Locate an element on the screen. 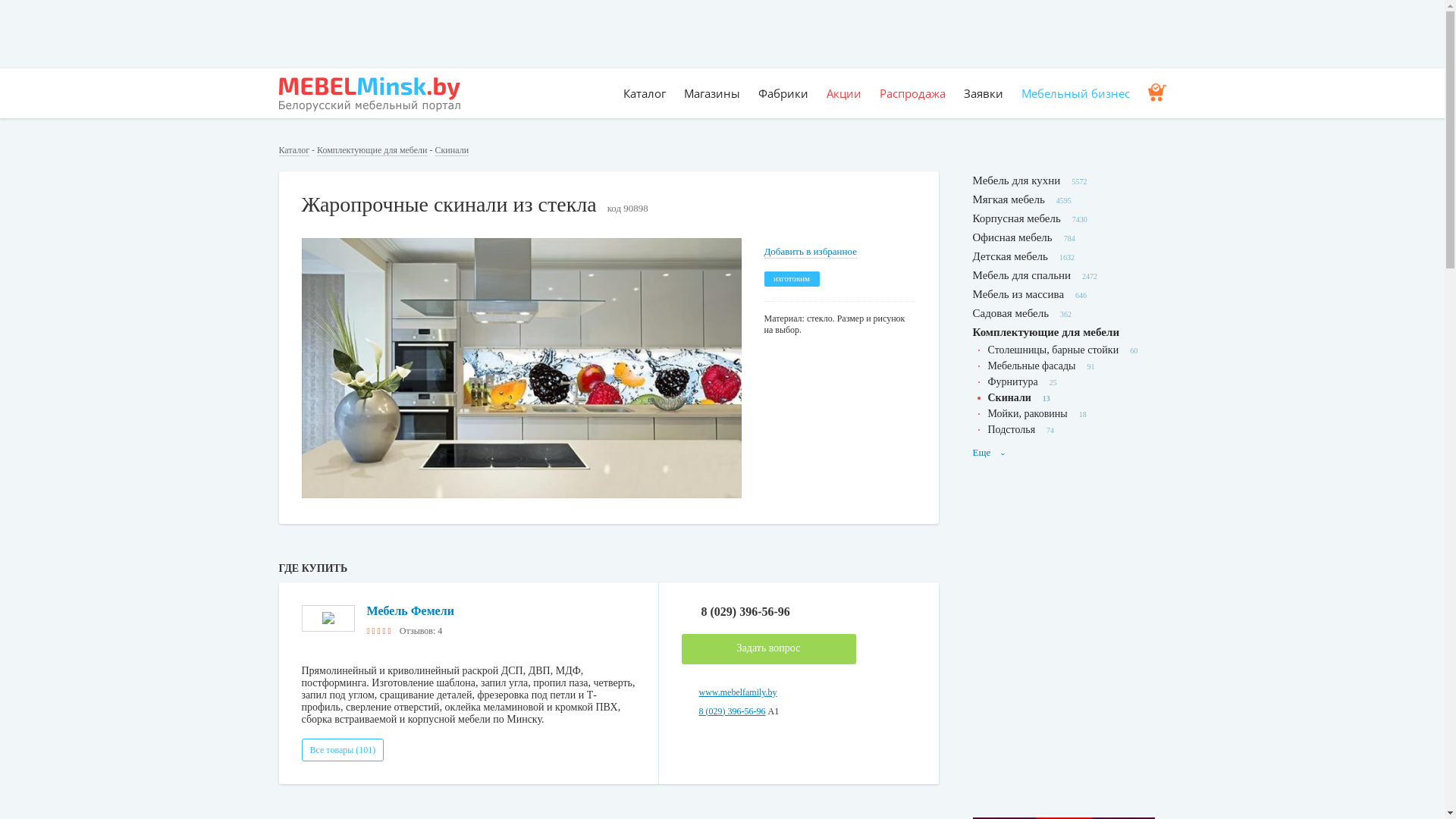  'www.mebelfamily.by' is located at coordinates (698, 692).